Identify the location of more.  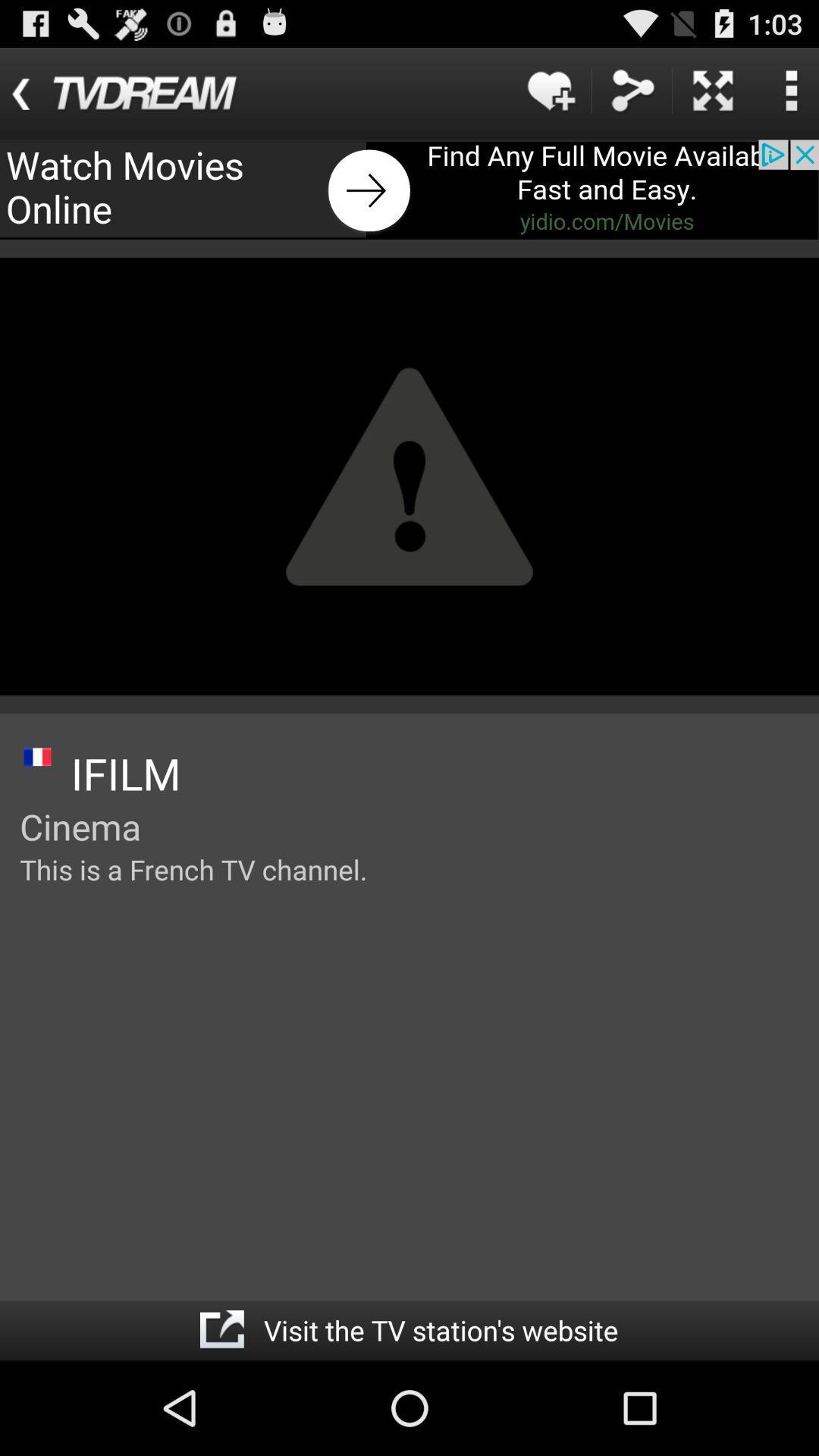
(713, 89).